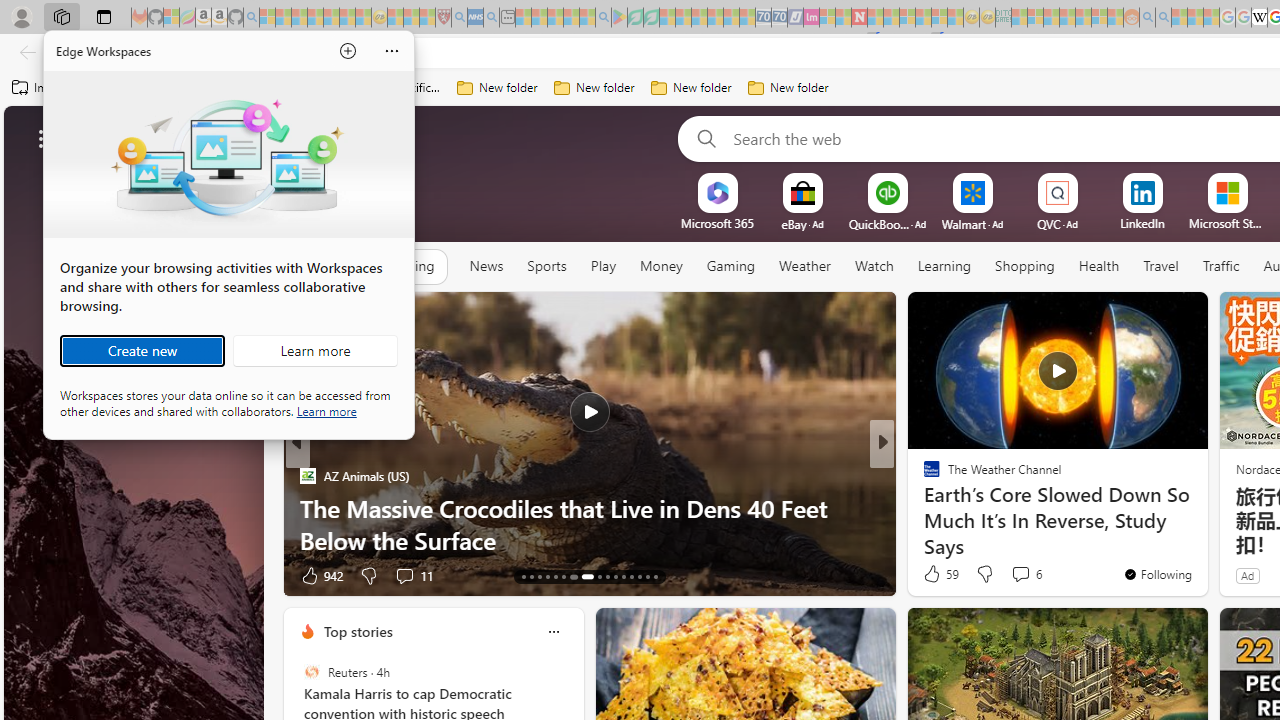 The width and height of the screenshot is (1280, 720). Describe the element at coordinates (1157, 573) in the screenshot. I see `'You'` at that location.